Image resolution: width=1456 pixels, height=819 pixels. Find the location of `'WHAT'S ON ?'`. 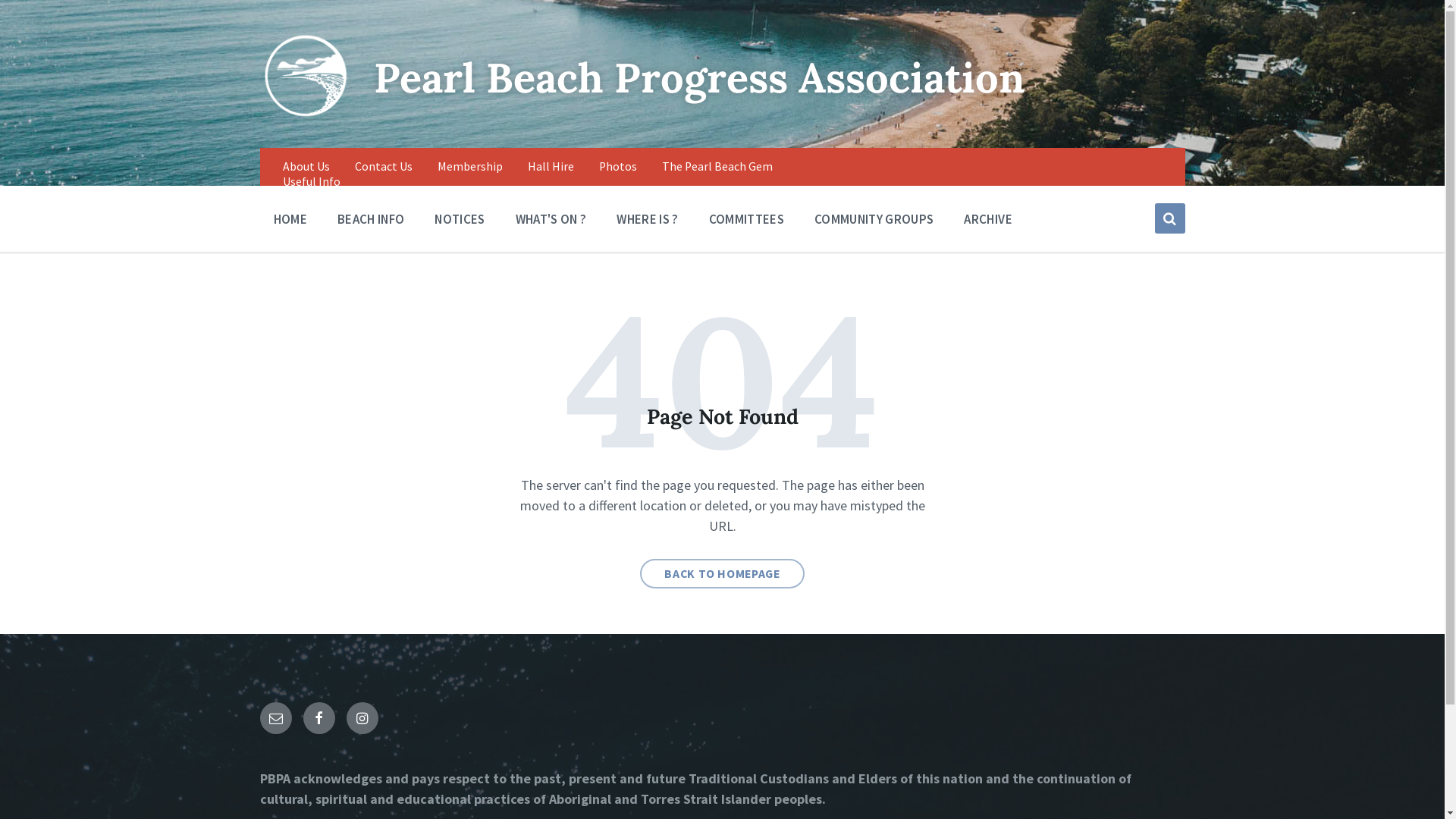

'WHAT'S ON ?' is located at coordinates (550, 217).